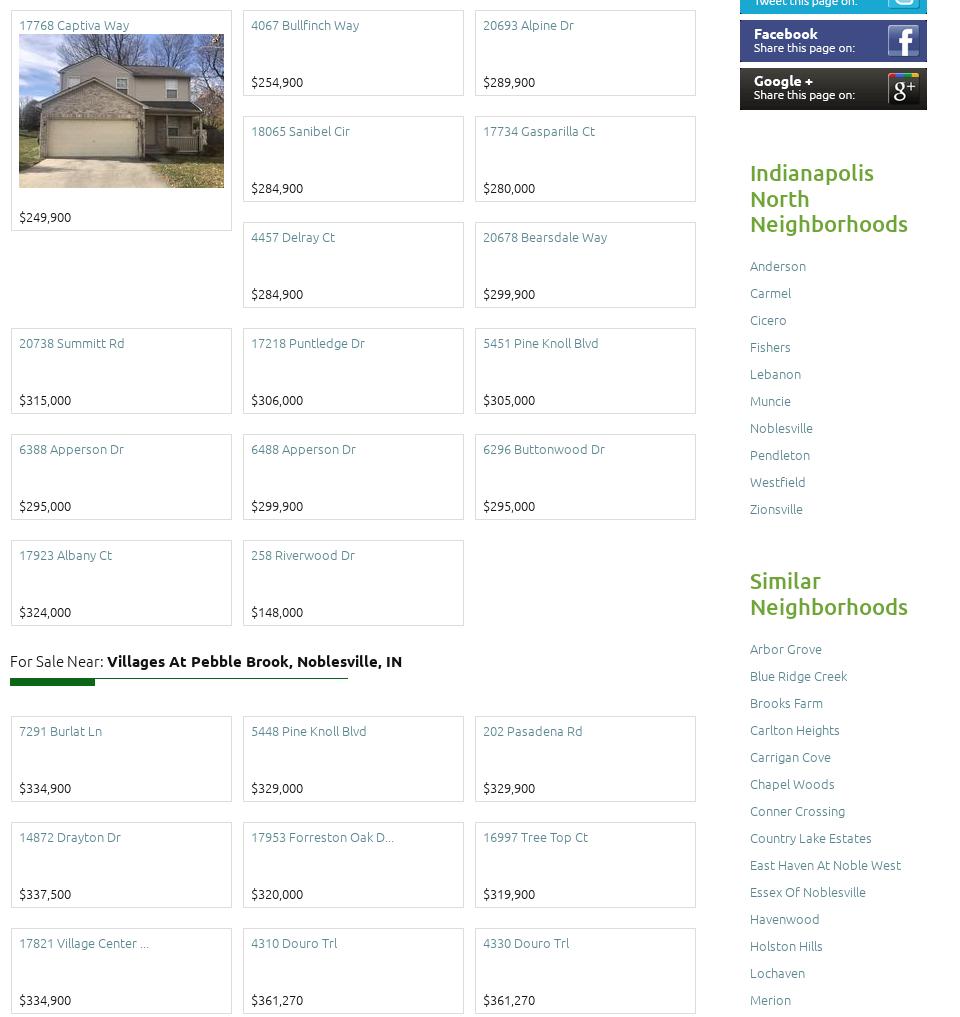 The image size is (960, 1017). What do you see at coordinates (786, 944) in the screenshot?
I see `'Holston Hills'` at bounding box center [786, 944].